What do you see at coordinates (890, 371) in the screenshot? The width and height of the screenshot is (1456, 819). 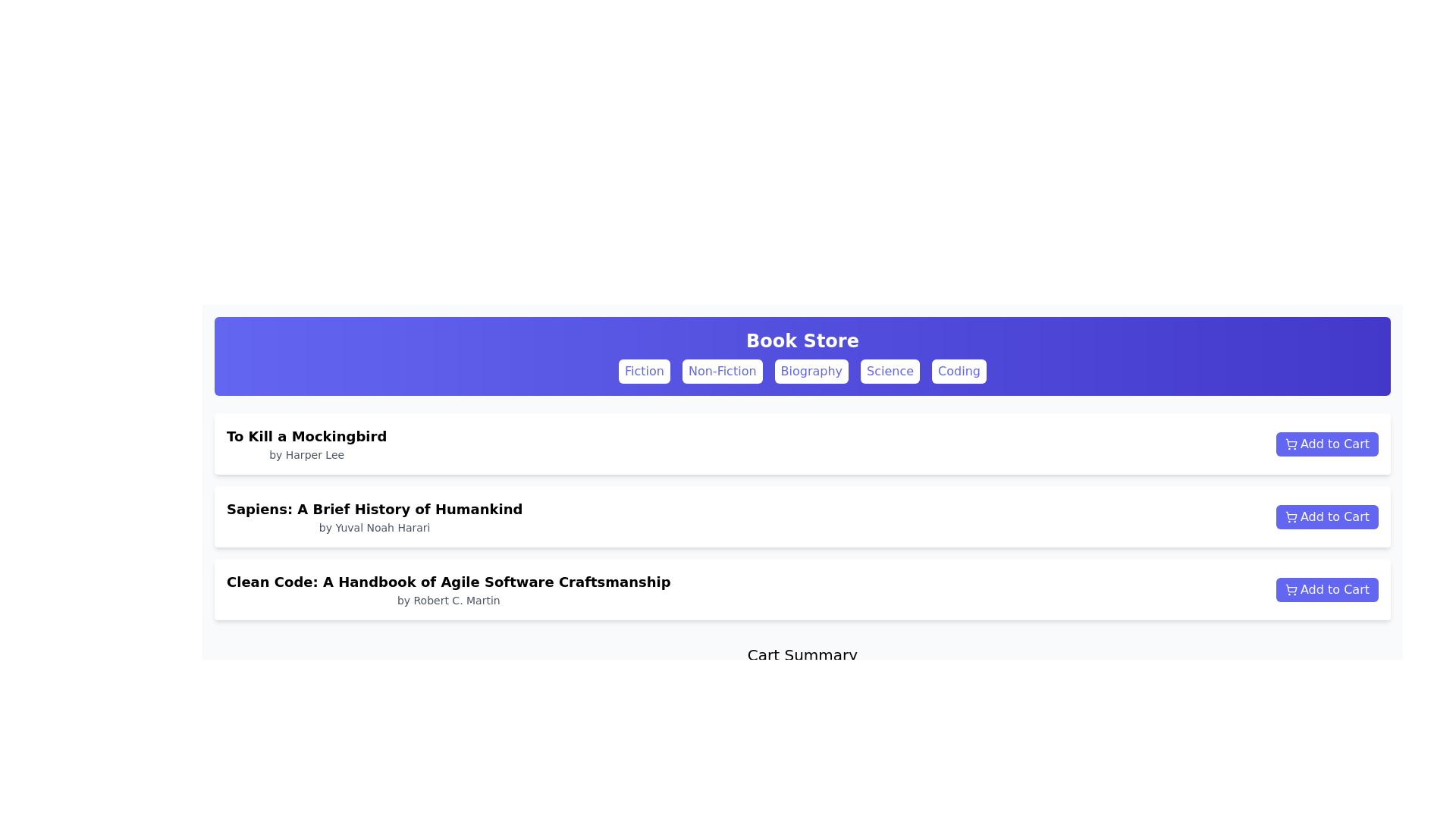 I see `the 'Science' button, which is a rectangular button with rounded edges, featuring indigo-colored text on a white background, positioned as the fourth button in a row of five in the header section` at bounding box center [890, 371].